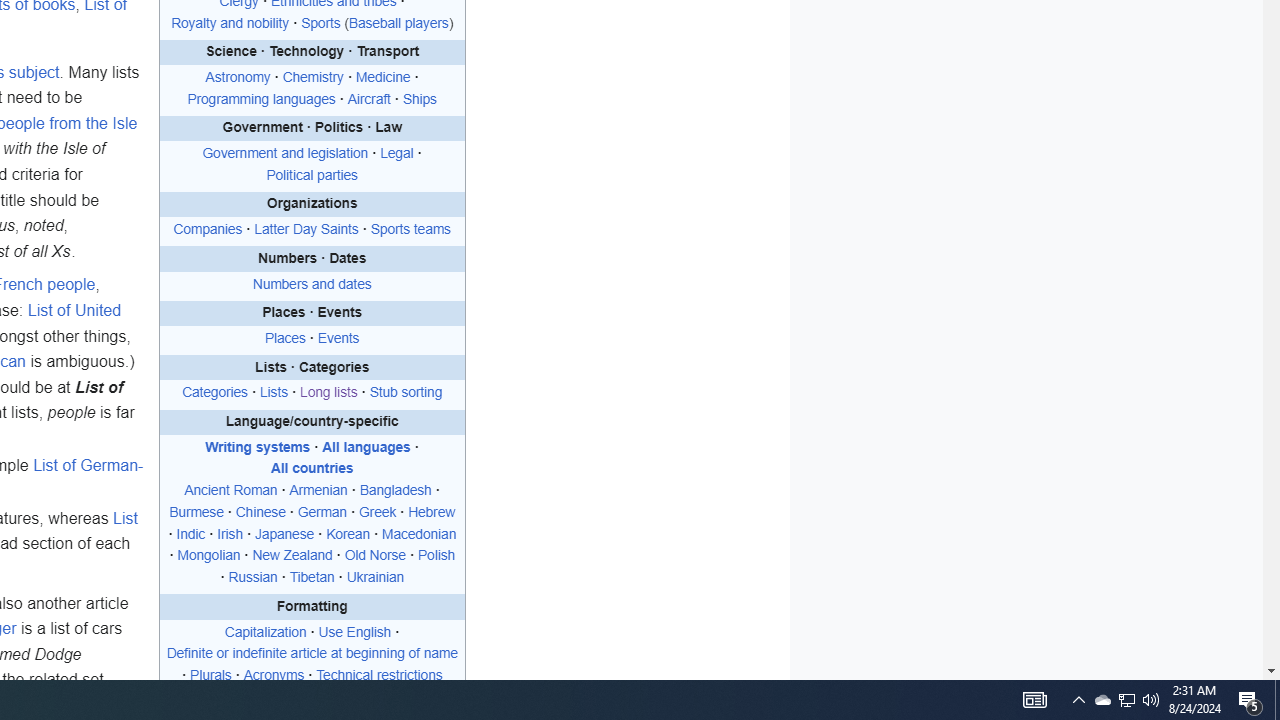 The height and width of the screenshot is (720, 1280). Describe the element at coordinates (317, 491) in the screenshot. I see `'Armenian'` at that location.